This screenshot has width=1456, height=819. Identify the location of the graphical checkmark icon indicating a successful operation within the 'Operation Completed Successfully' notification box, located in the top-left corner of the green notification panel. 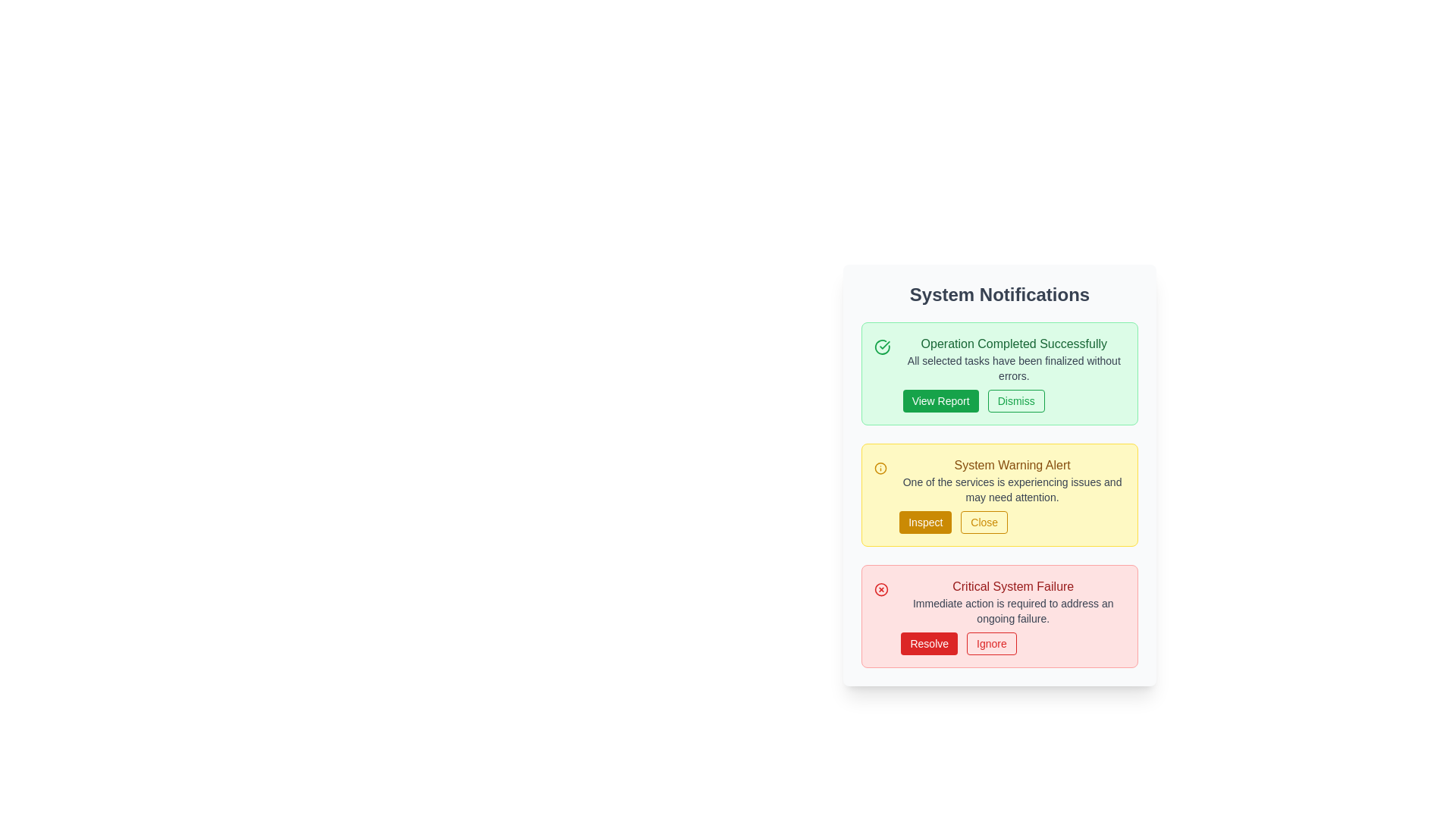
(884, 345).